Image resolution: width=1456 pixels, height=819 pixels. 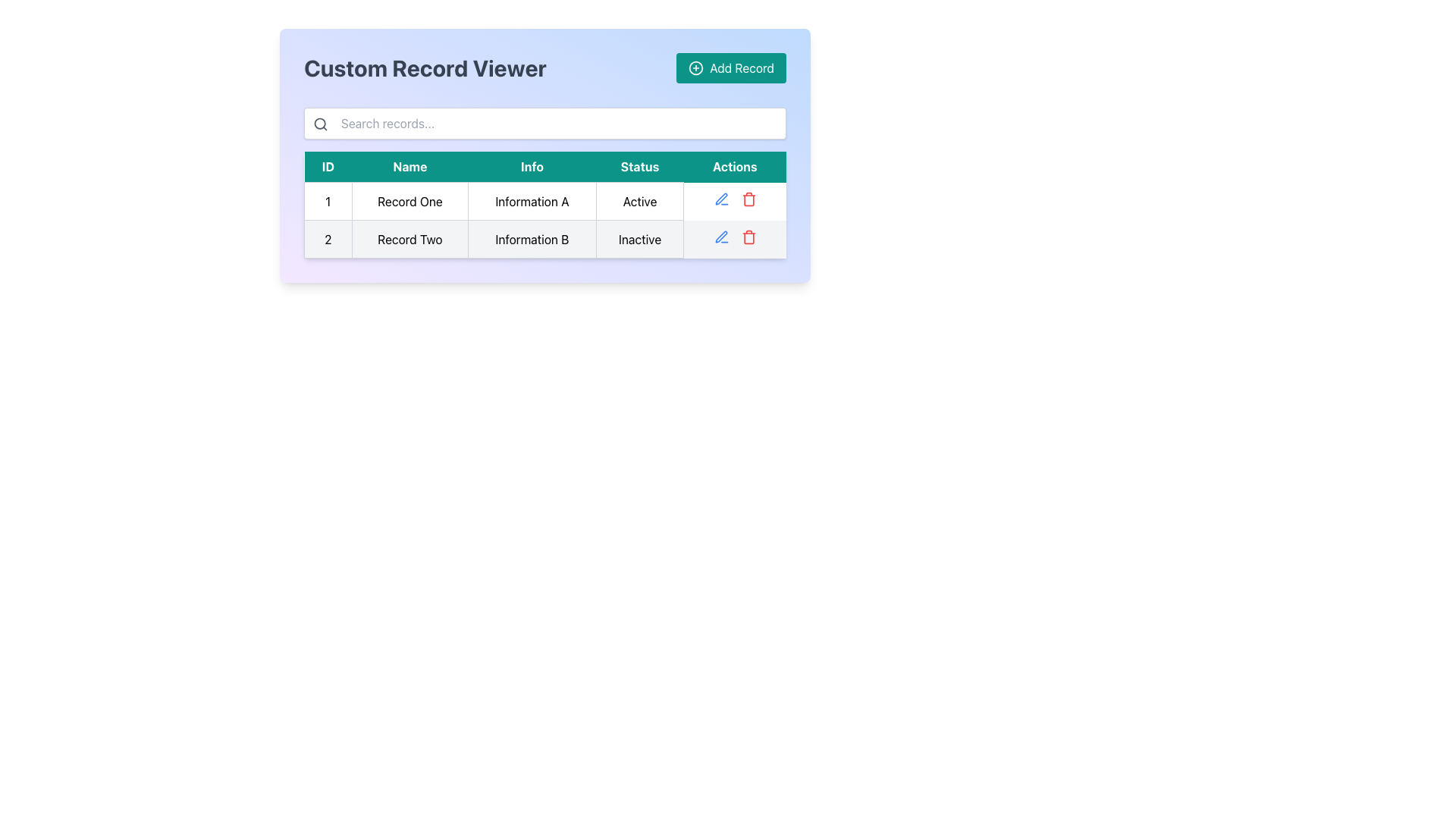 I want to click on the first row of the data table, so click(x=545, y=200).